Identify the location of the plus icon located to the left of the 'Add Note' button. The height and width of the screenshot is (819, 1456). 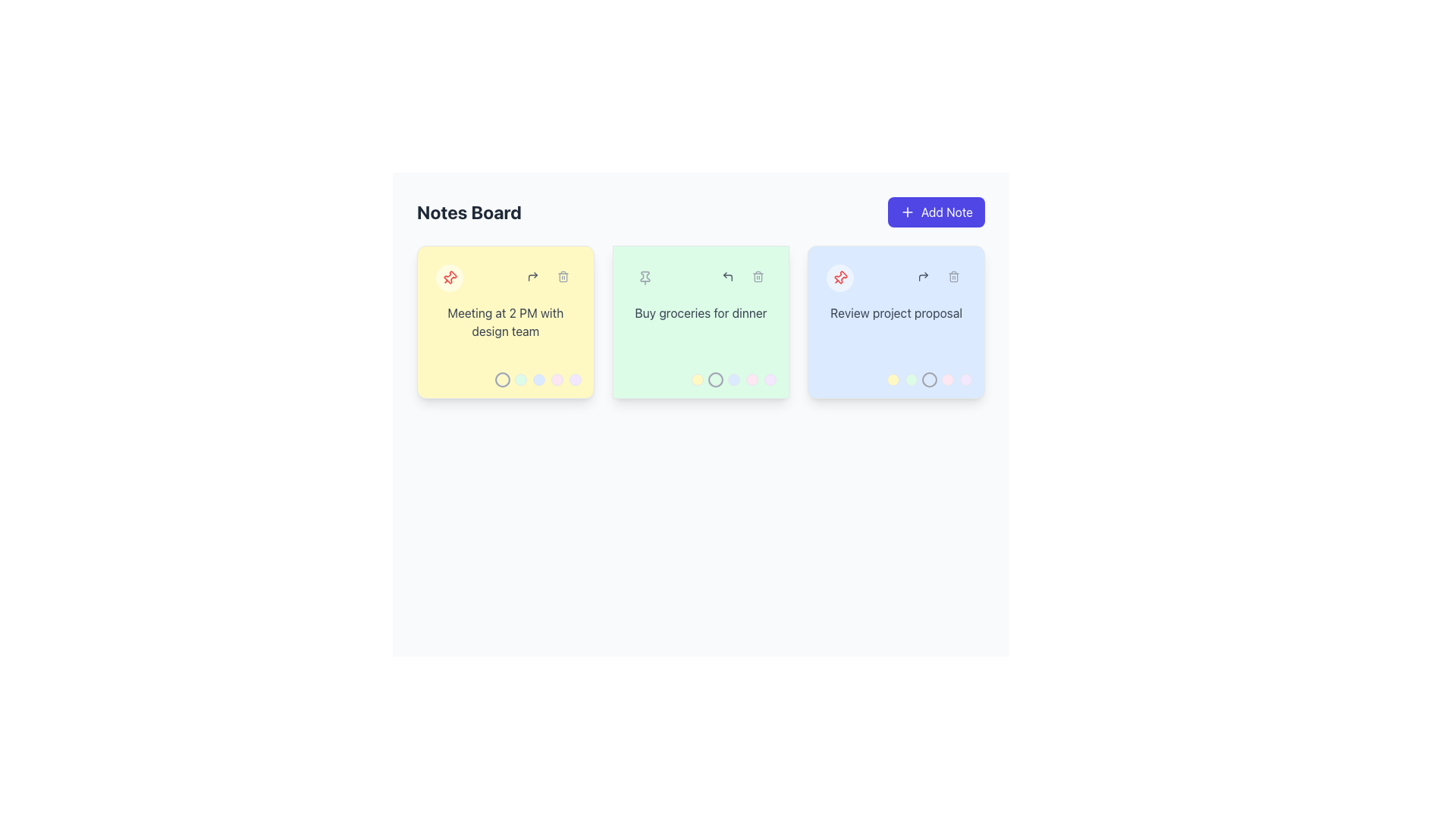
(907, 212).